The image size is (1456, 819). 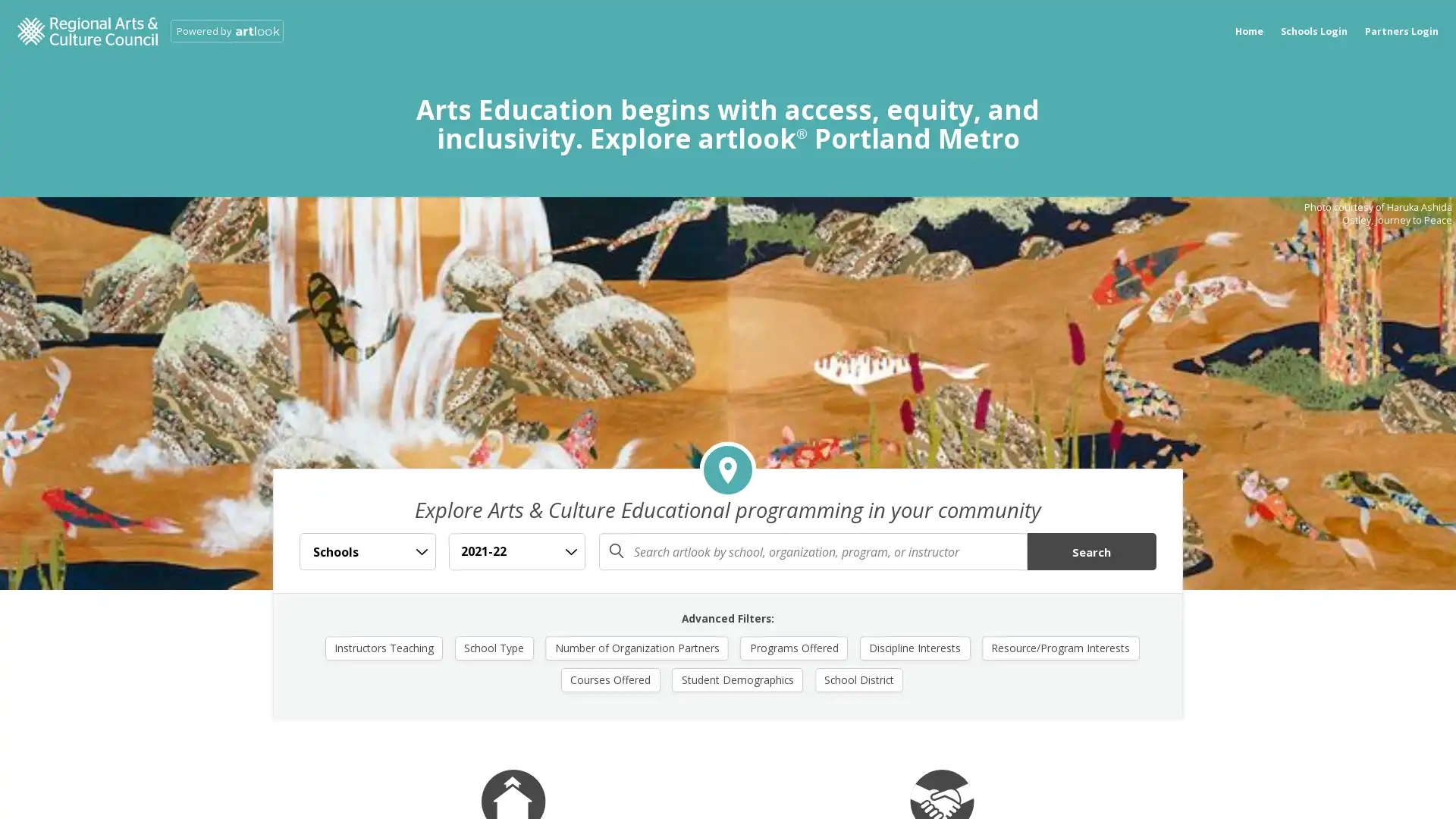 What do you see at coordinates (494, 647) in the screenshot?
I see `School Type` at bounding box center [494, 647].